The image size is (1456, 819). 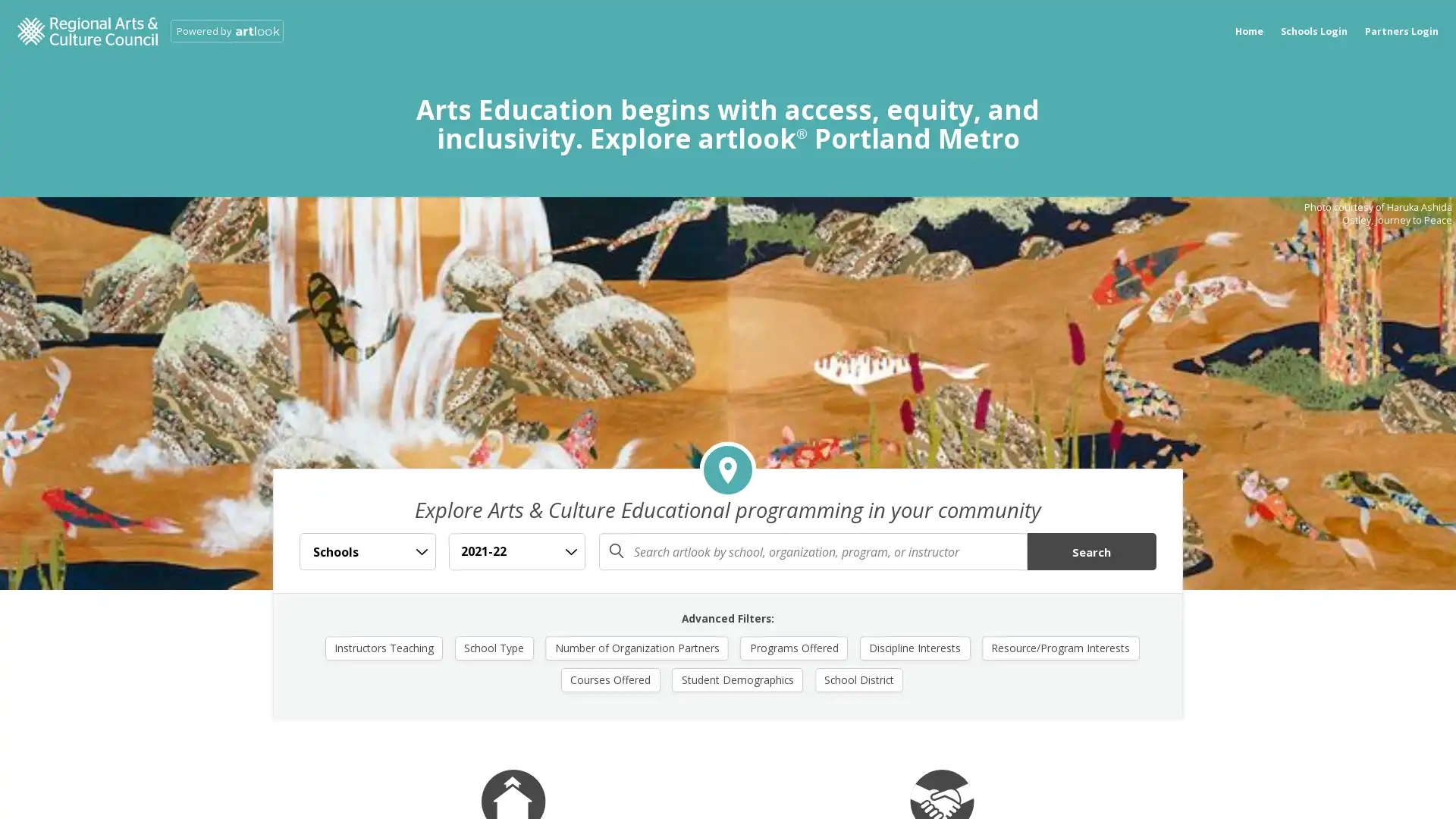 What do you see at coordinates (494, 647) in the screenshot?
I see `School Type` at bounding box center [494, 647].